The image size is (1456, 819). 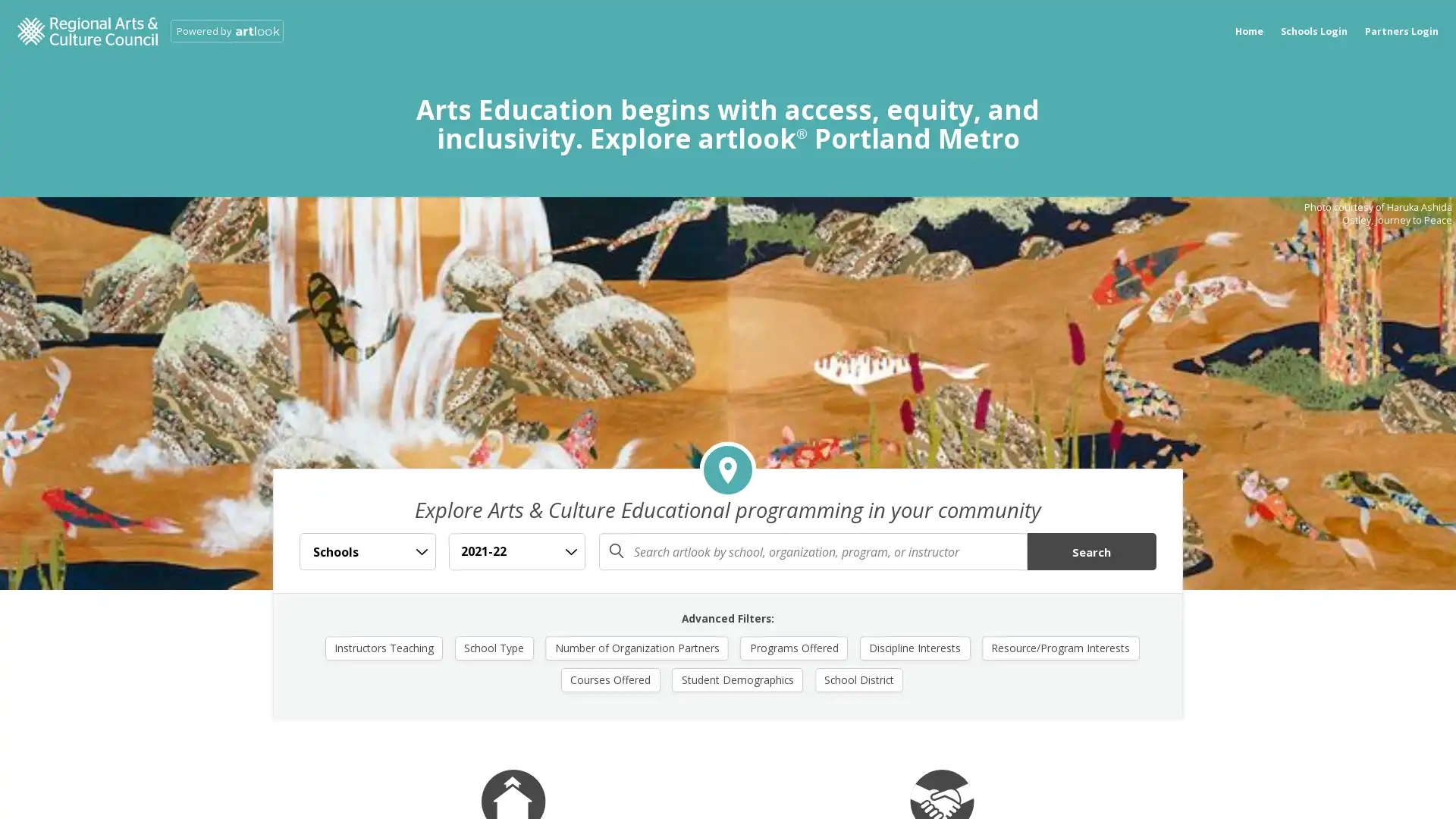 What do you see at coordinates (494, 647) in the screenshot?
I see `School Type` at bounding box center [494, 647].